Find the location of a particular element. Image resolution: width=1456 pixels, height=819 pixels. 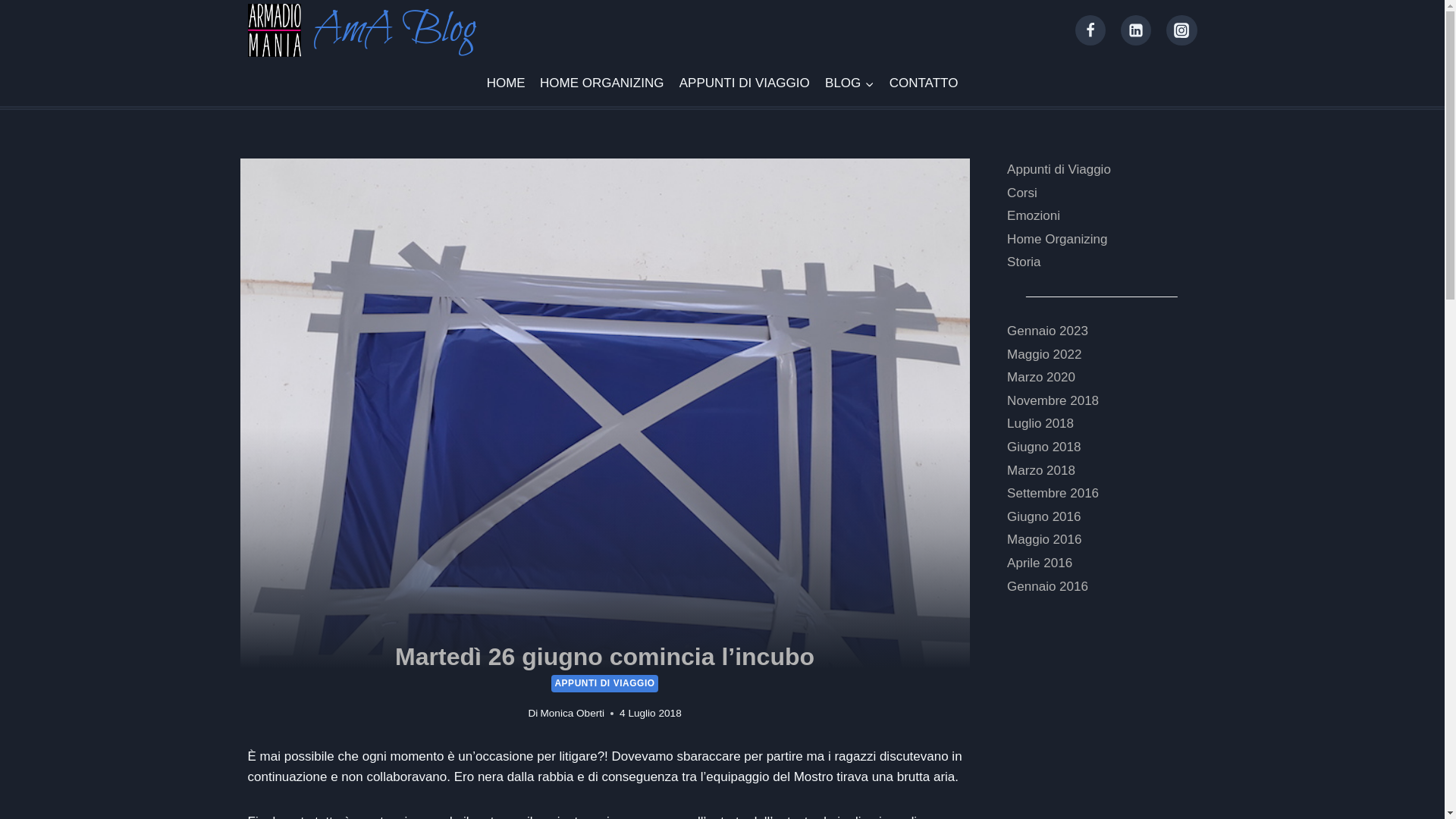

'Maggio 2016' is located at coordinates (1043, 538).